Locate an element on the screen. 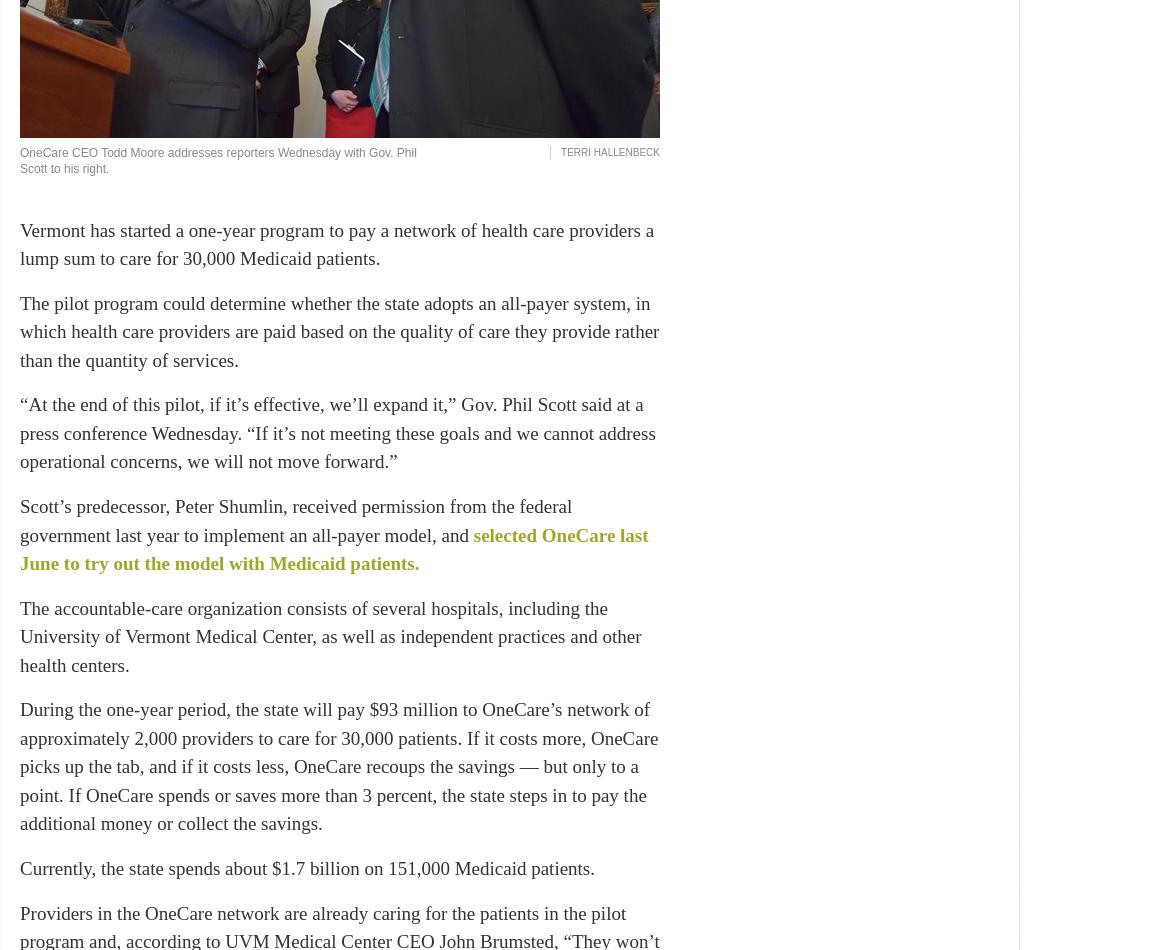 The image size is (1171, 950). 'During the one-year period, the state will pay $93 million to OneCare’s network of approximately 2,000 providers to care for 30,000 patients. If it costs more, OneCare picks up the tab, and if it costs less, OneCare recoups the savings — but only to a point. If OneCare spends or saves more than 3 percent, the state steps in to pay the additional money or collect the savings.' is located at coordinates (339, 765).